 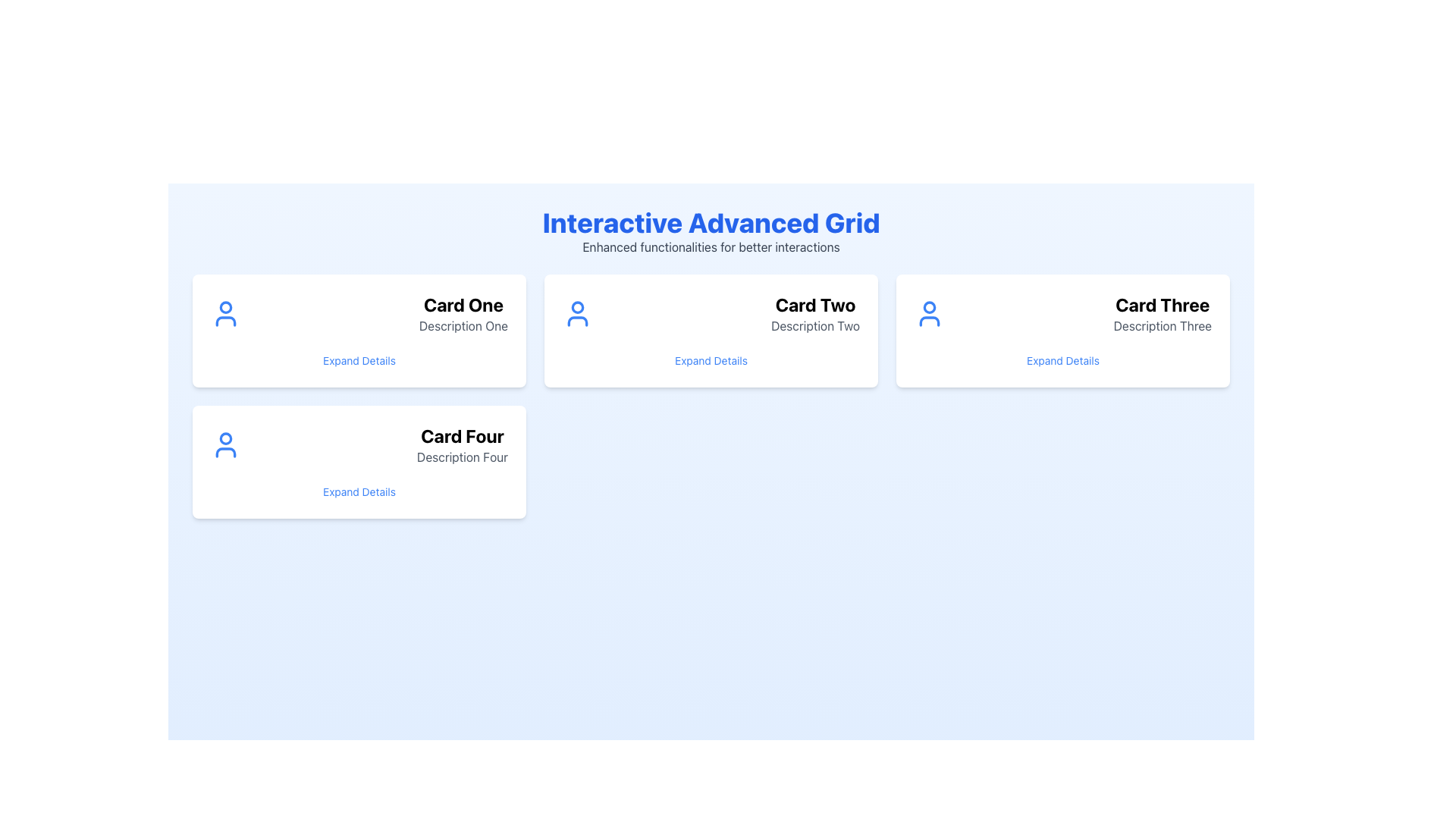 I want to click on title and subtitle text from the second card in the interface, which is positioned to the right of 'Card One' and above 'Card Four', so click(x=814, y=312).